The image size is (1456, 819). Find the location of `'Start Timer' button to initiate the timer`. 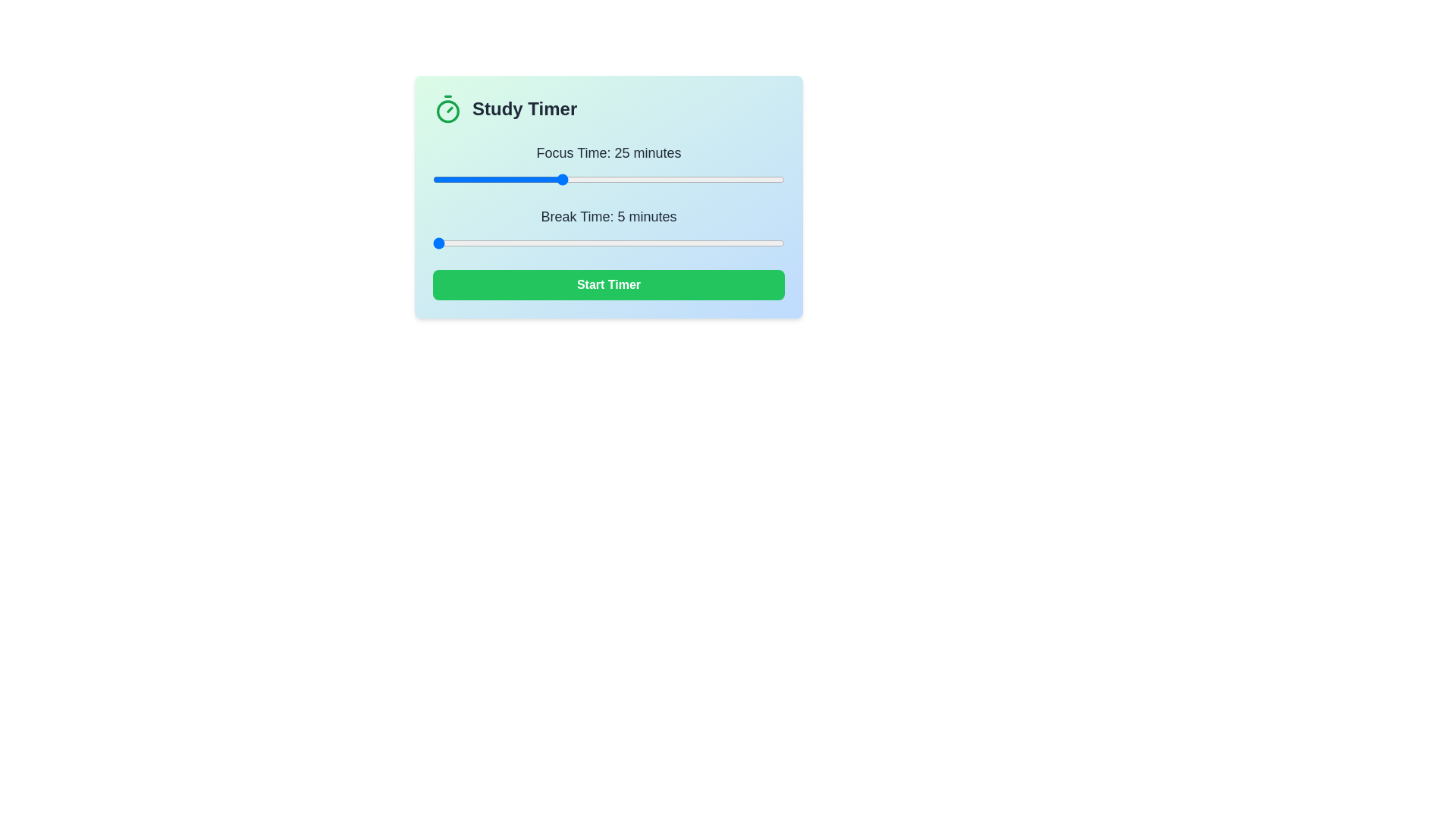

'Start Timer' button to initiate the timer is located at coordinates (608, 284).